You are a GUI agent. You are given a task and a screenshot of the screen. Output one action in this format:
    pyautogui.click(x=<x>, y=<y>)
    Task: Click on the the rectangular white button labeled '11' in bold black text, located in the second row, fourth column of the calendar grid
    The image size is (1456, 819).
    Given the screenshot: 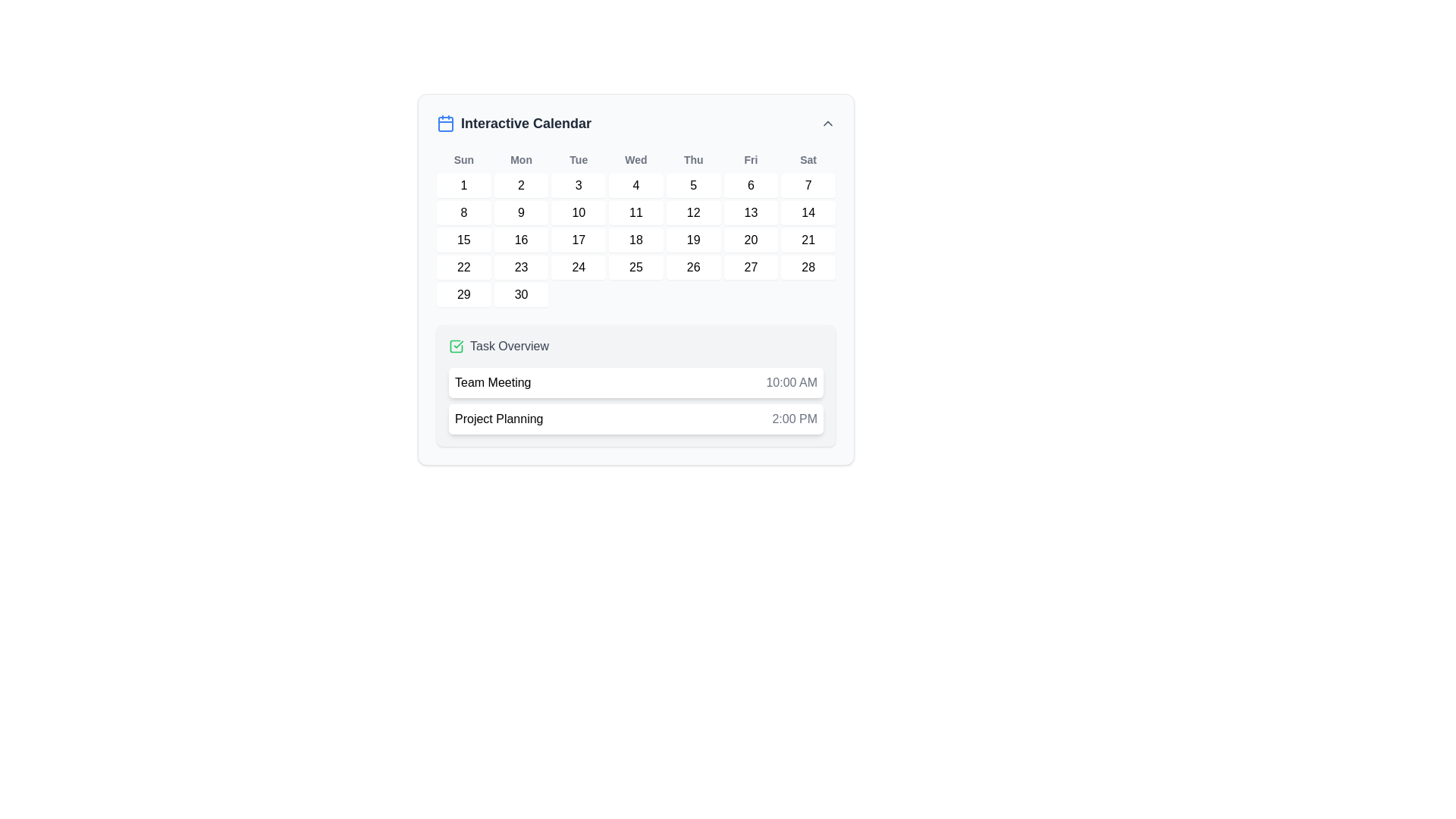 What is the action you would take?
    pyautogui.click(x=636, y=213)
    